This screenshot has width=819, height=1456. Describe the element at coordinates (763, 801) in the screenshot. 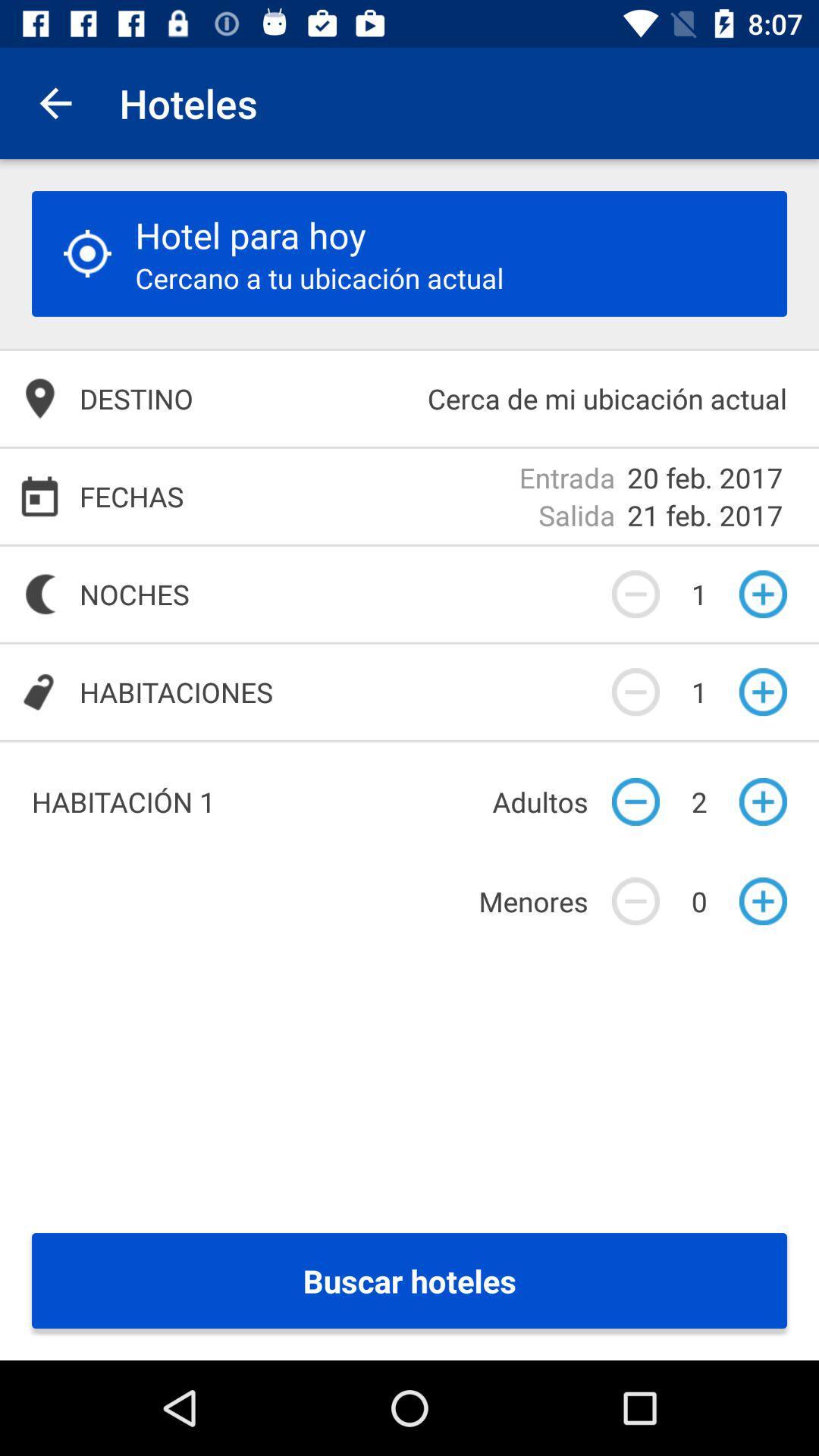

I see `the add icon` at that location.